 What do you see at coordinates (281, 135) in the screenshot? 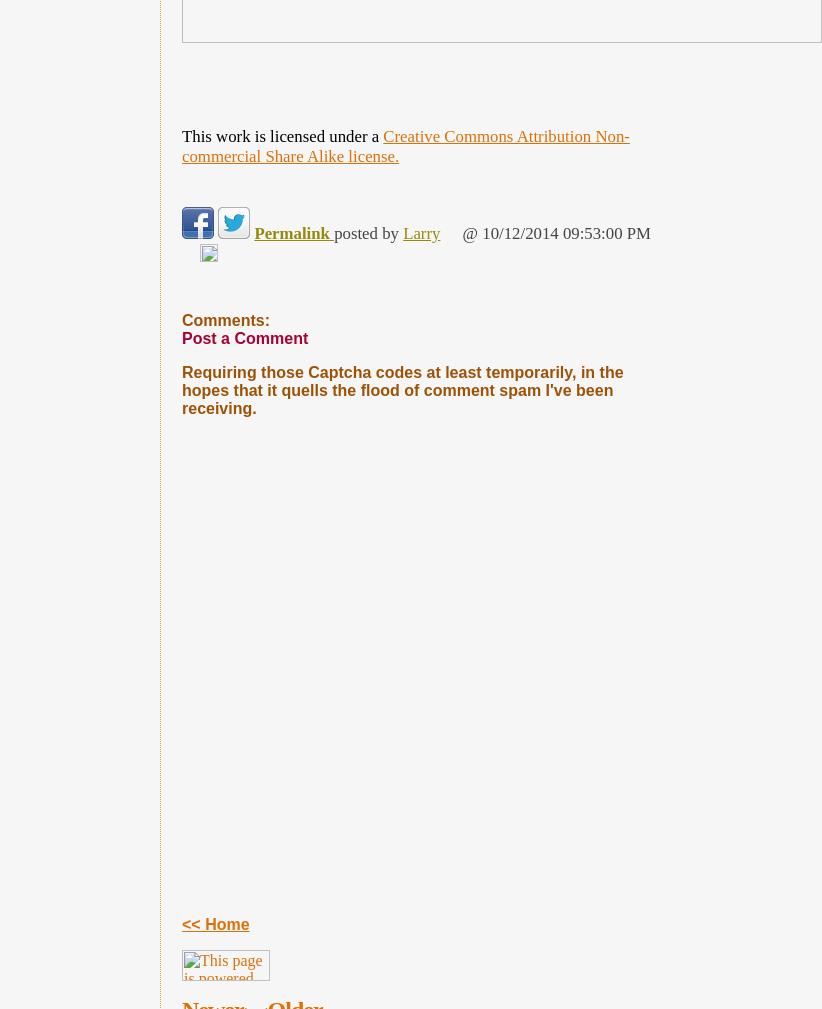
I see `'This work is licensed under a'` at bounding box center [281, 135].